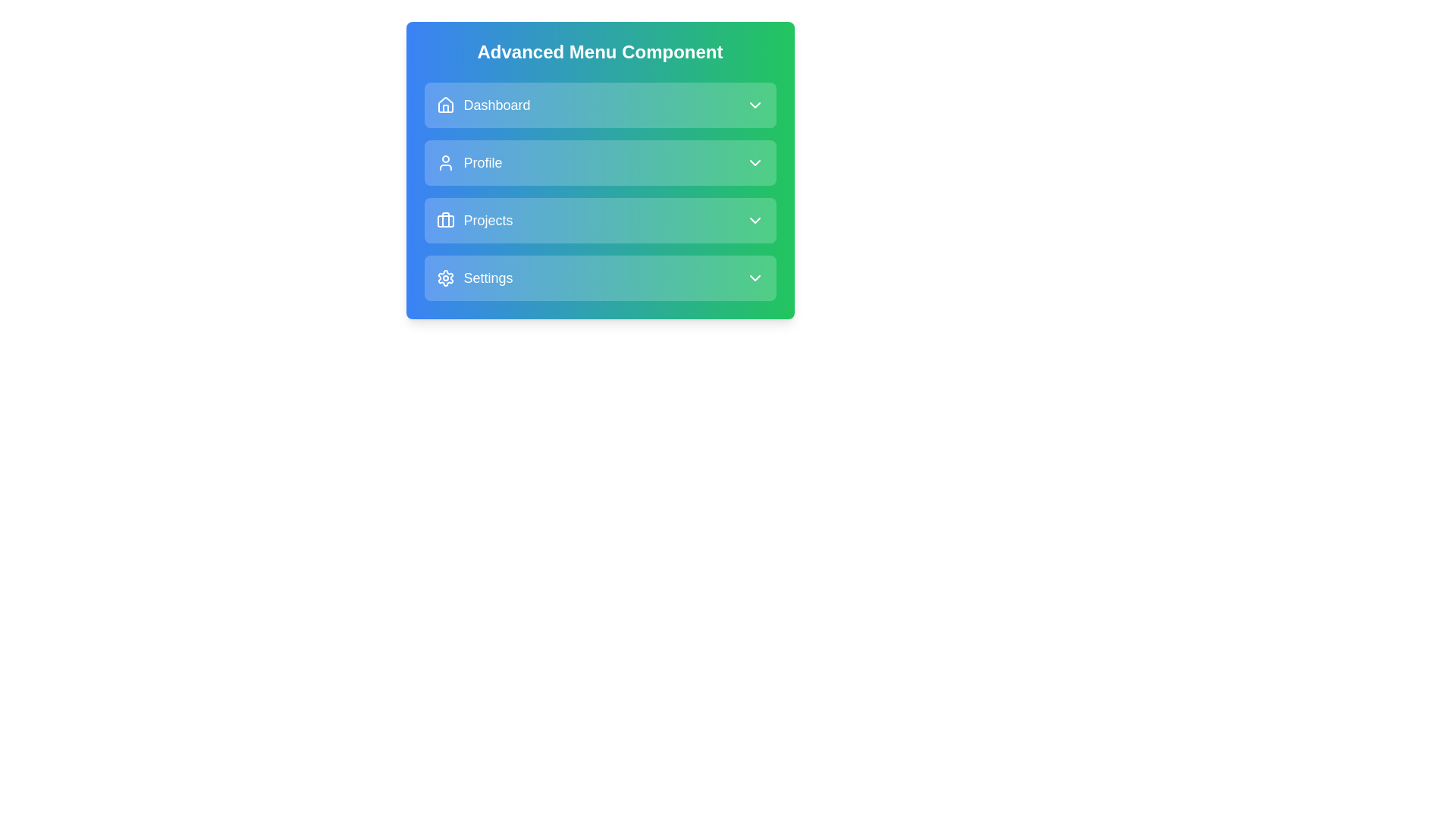 The width and height of the screenshot is (1456, 819). I want to click on the house-shaped icon located to the left of the 'Dashboard' text in the menu, so click(444, 104).